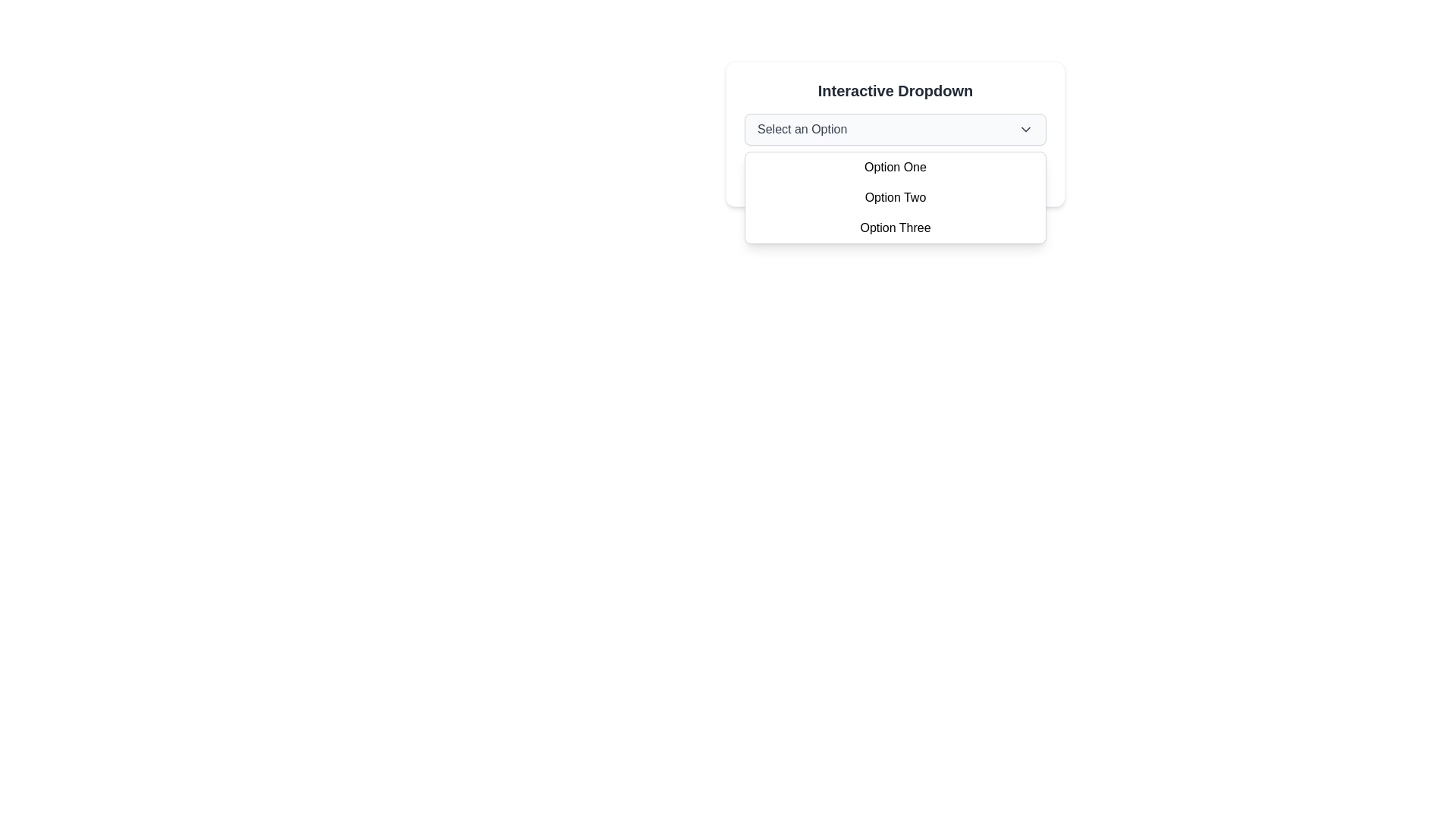  I want to click on the dropdown menu labeled 'Select an Option', so click(895, 128).